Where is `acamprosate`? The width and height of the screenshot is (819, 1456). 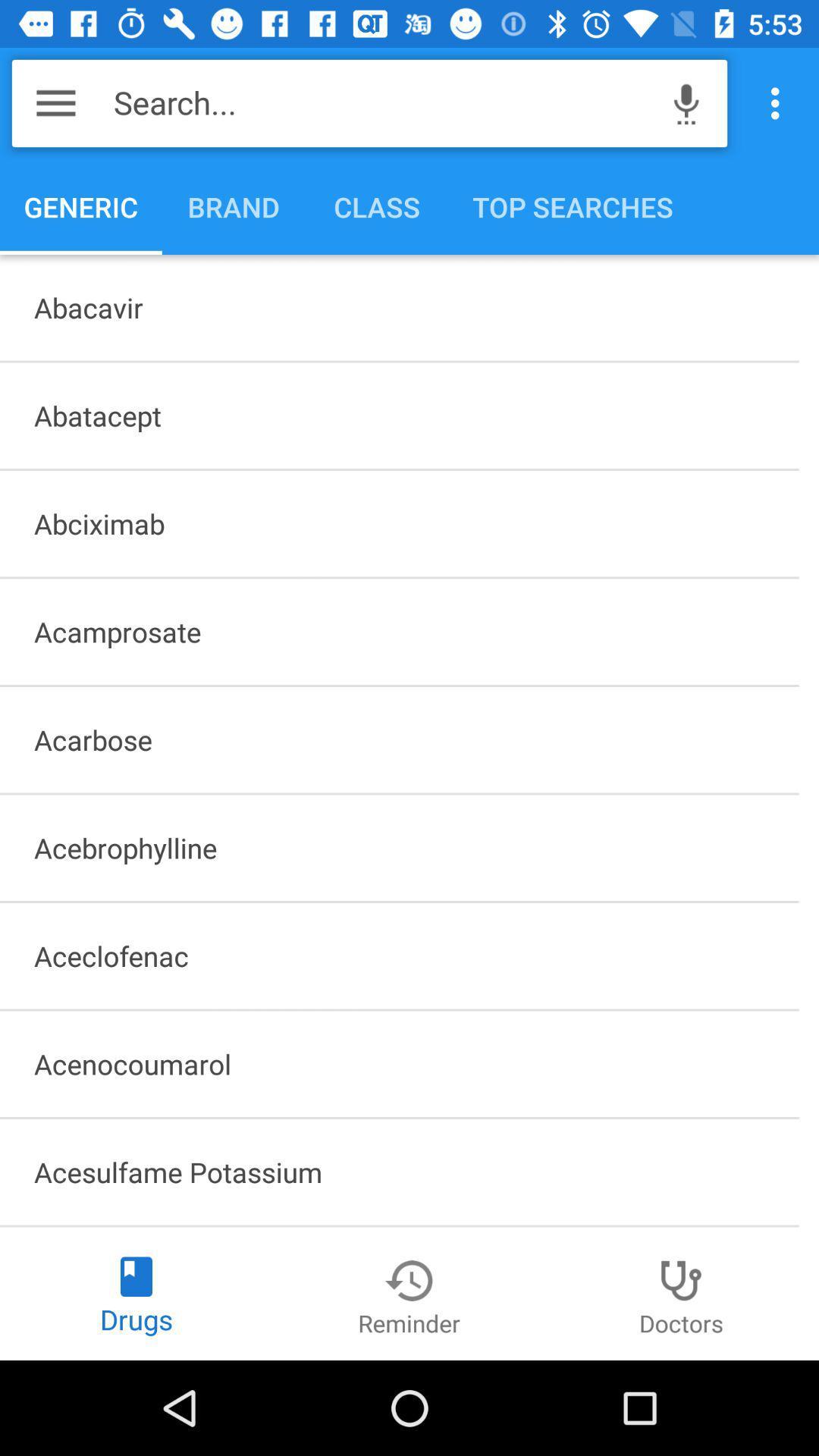
acamprosate is located at coordinates (398, 632).